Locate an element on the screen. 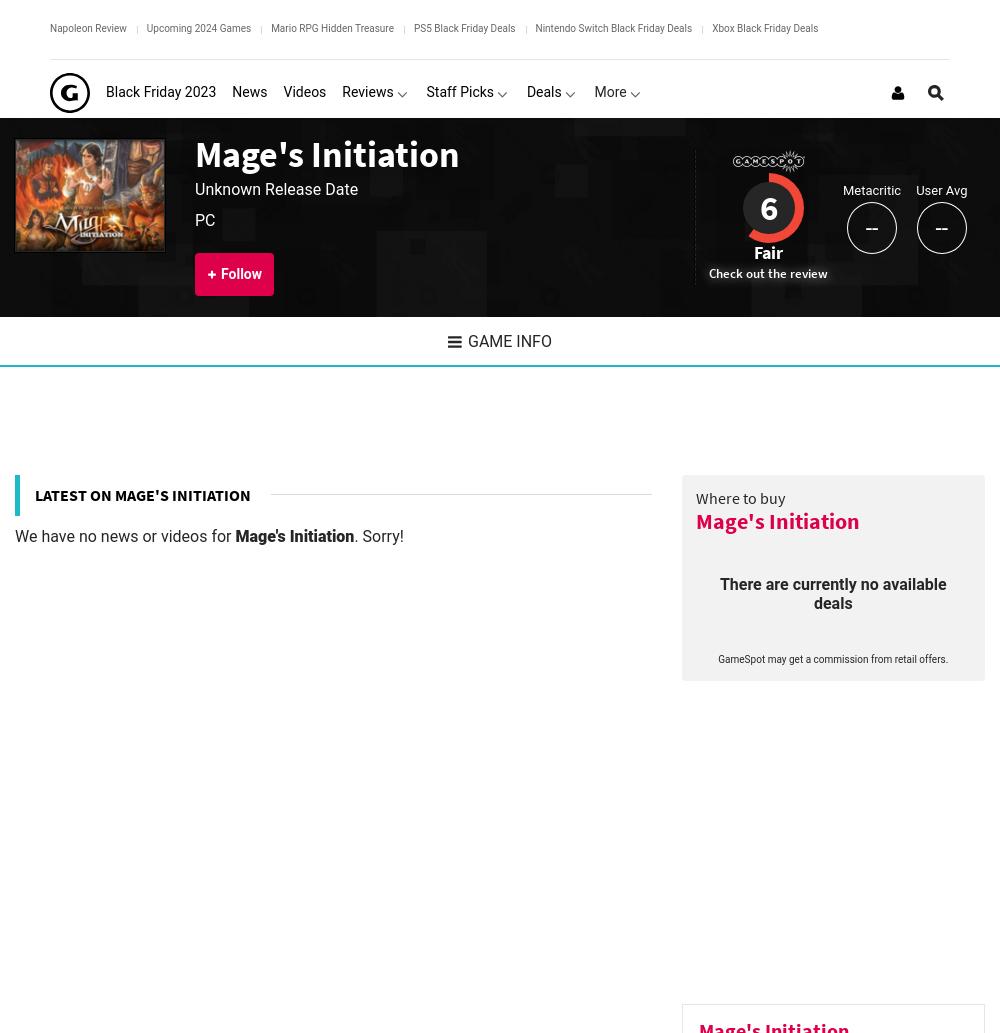  'Napoleon Review' is located at coordinates (87, 28).